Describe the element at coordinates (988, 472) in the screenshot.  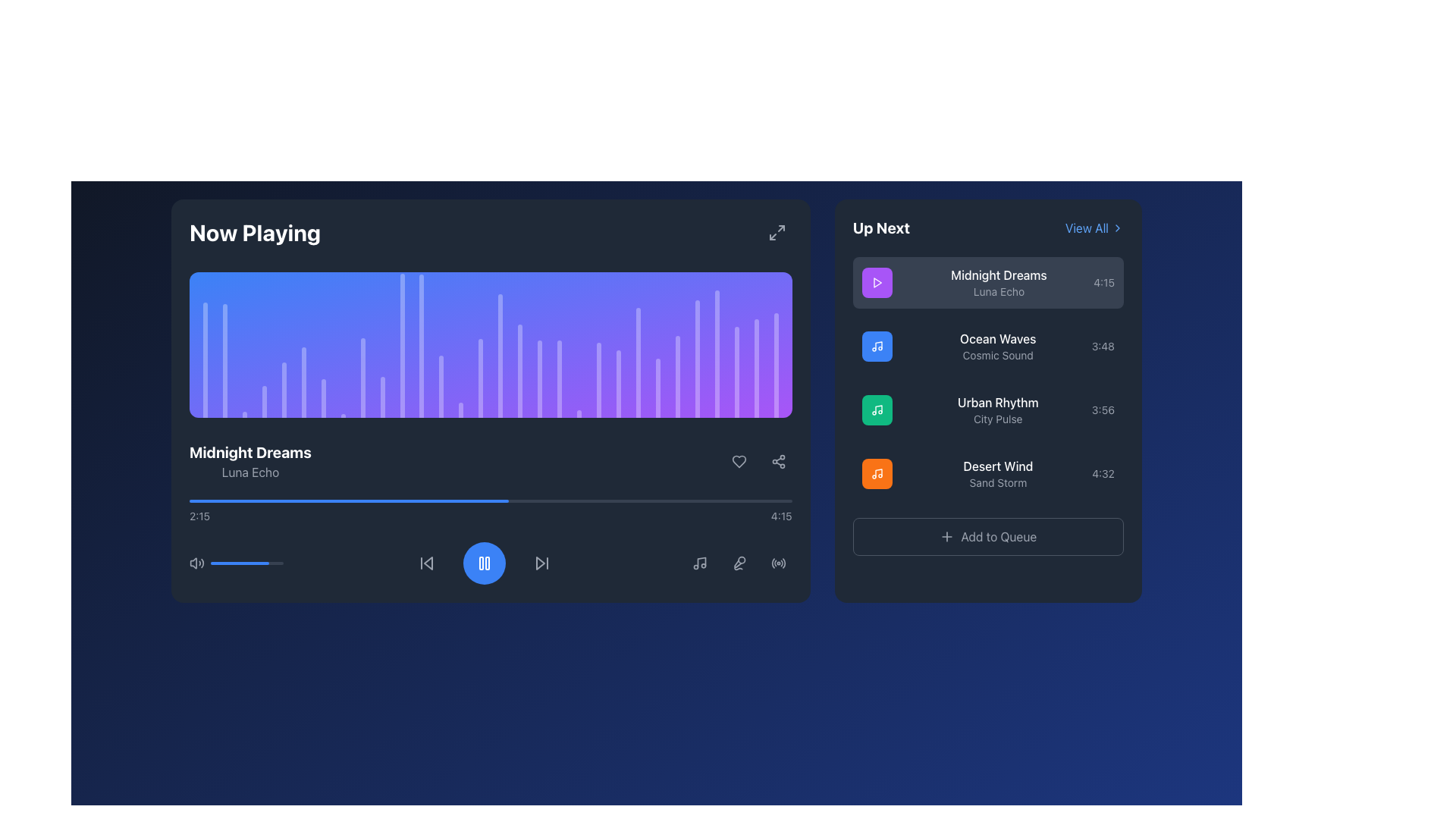
I see `the fourth item in the music playlist labeled 'Desert Wind'` at that location.